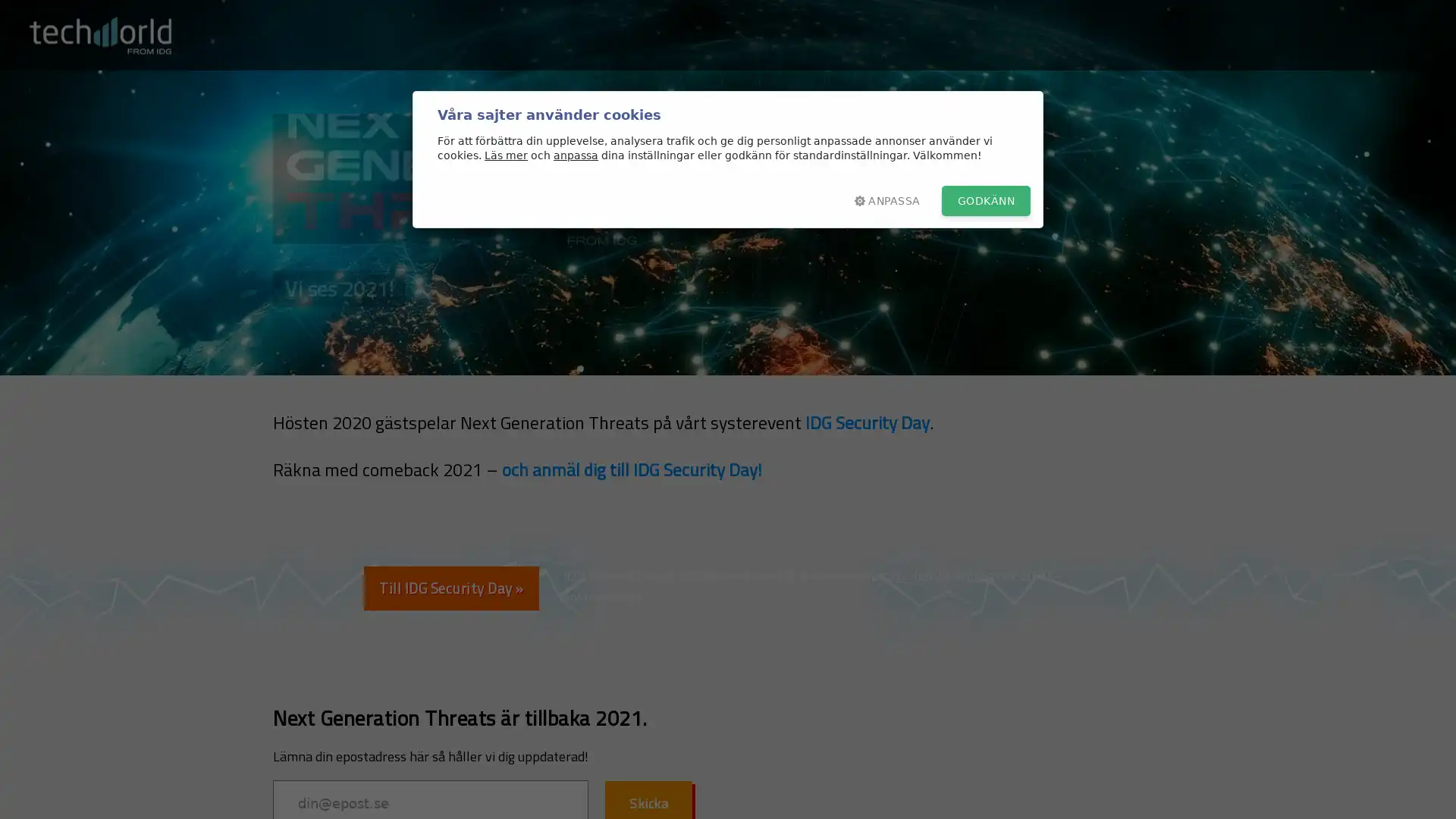 Image resolution: width=1456 pixels, height=819 pixels. I want to click on GODKANN, so click(986, 200).